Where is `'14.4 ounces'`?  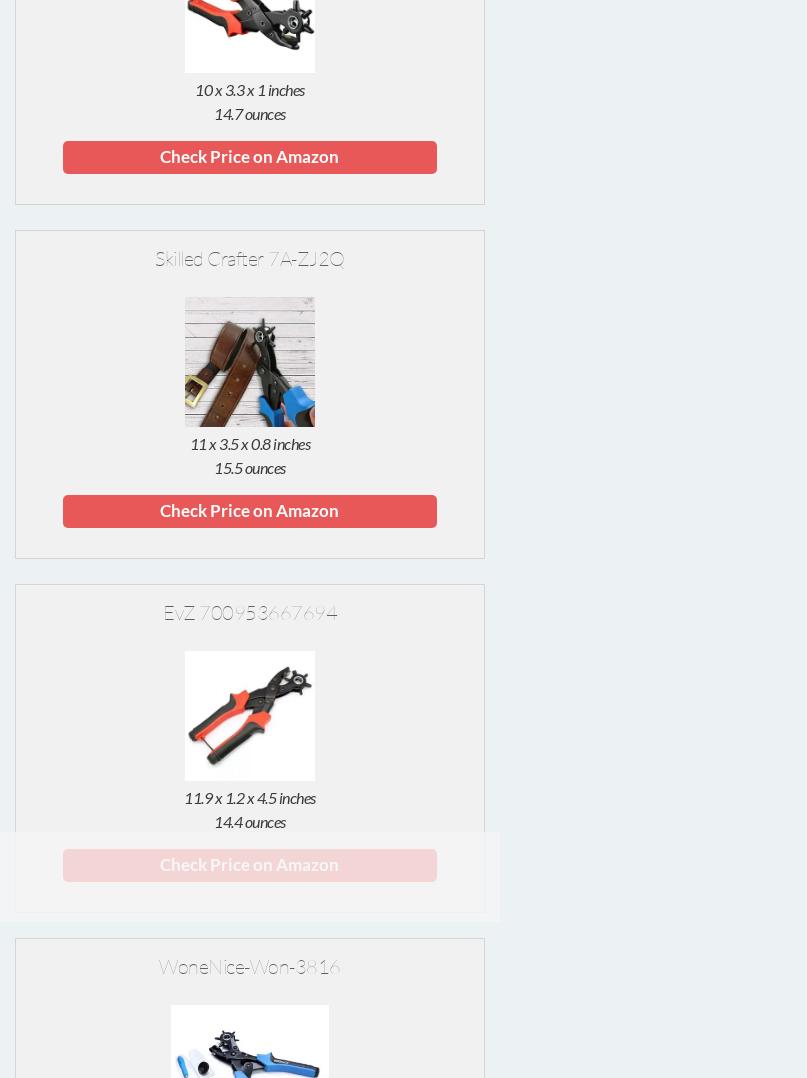 '14.4 ounces' is located at coordinates (248, 821).